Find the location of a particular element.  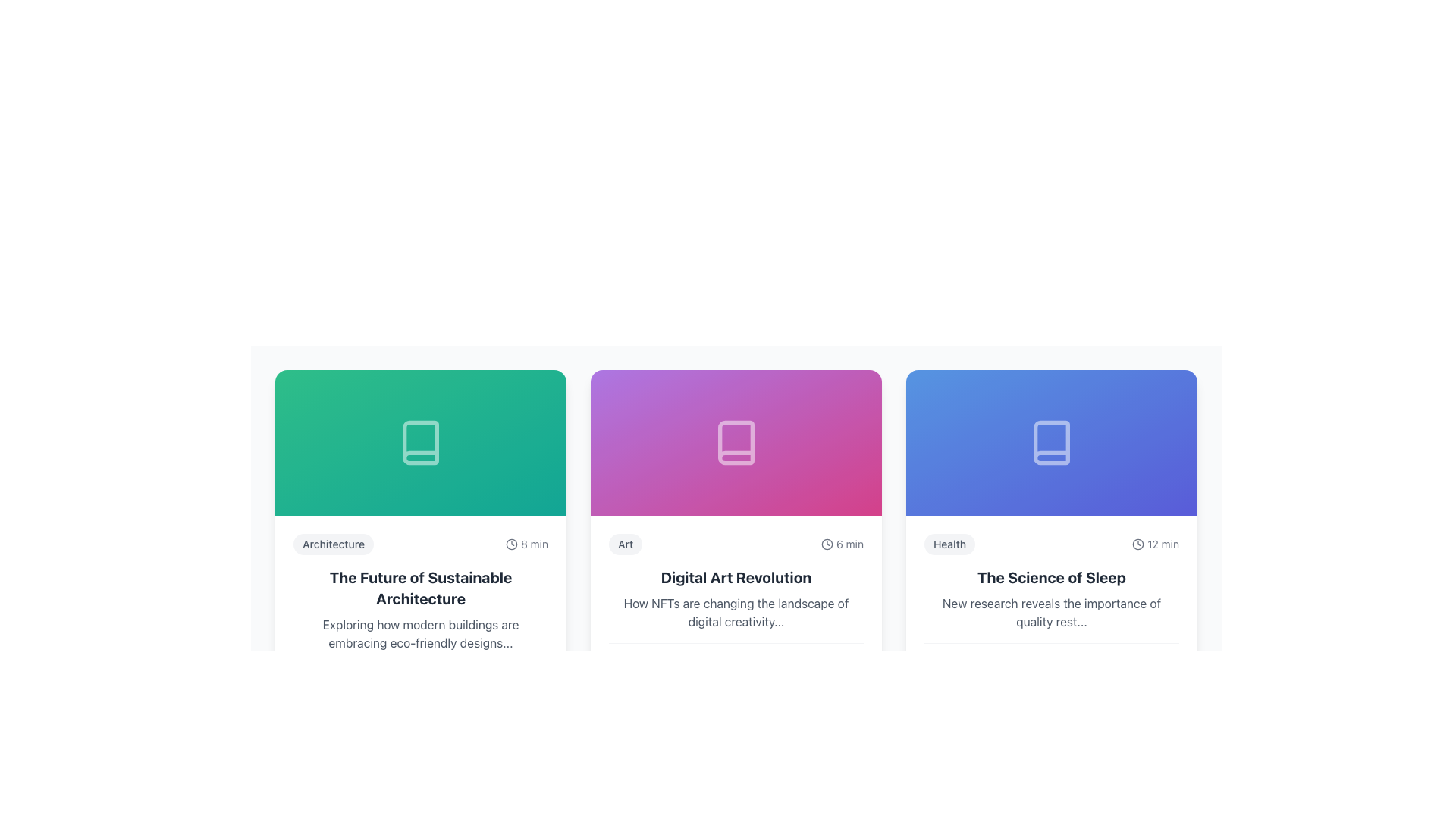

the estimated time duration icon and text label grouping located to the right of the 'Health' label is located at coordinates (1155, 543).